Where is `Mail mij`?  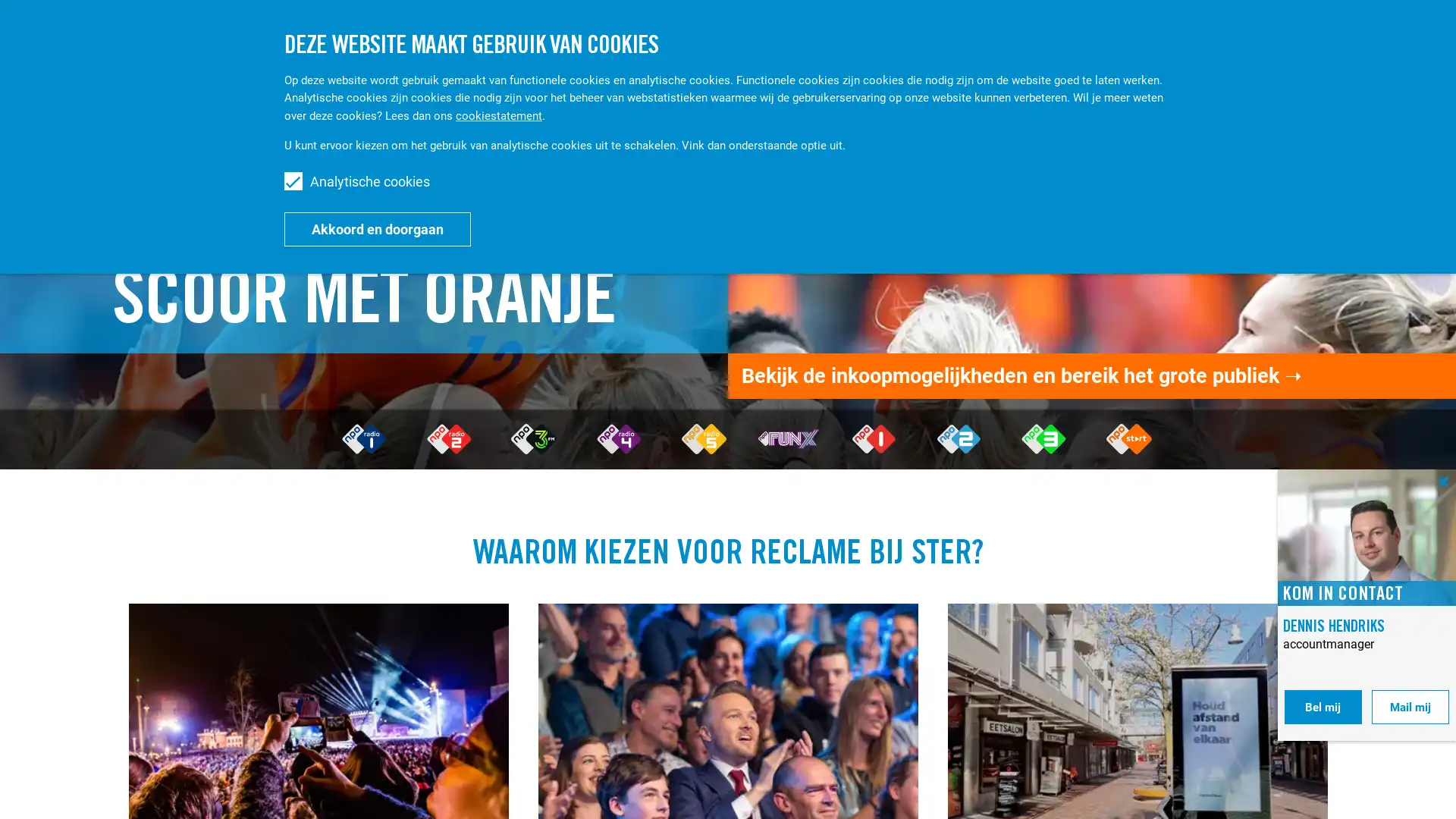
Mail mij is located at coordinates (1410, 707).